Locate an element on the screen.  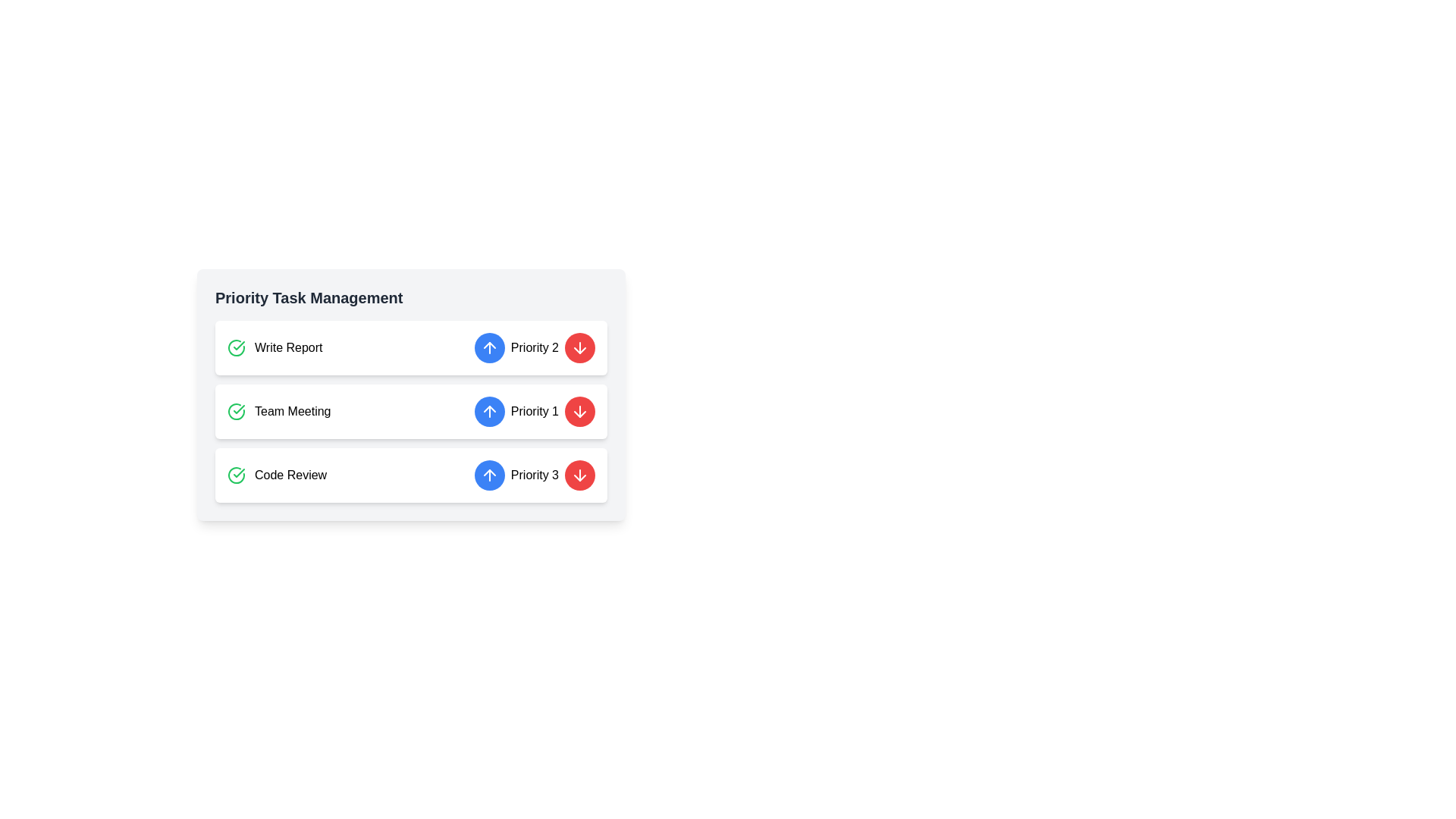
the green circular icon with a checkmark located to the left of the text 'Code Review' in the third entry of the 'Priority Task Management' list is located at coordinates (236, 475).